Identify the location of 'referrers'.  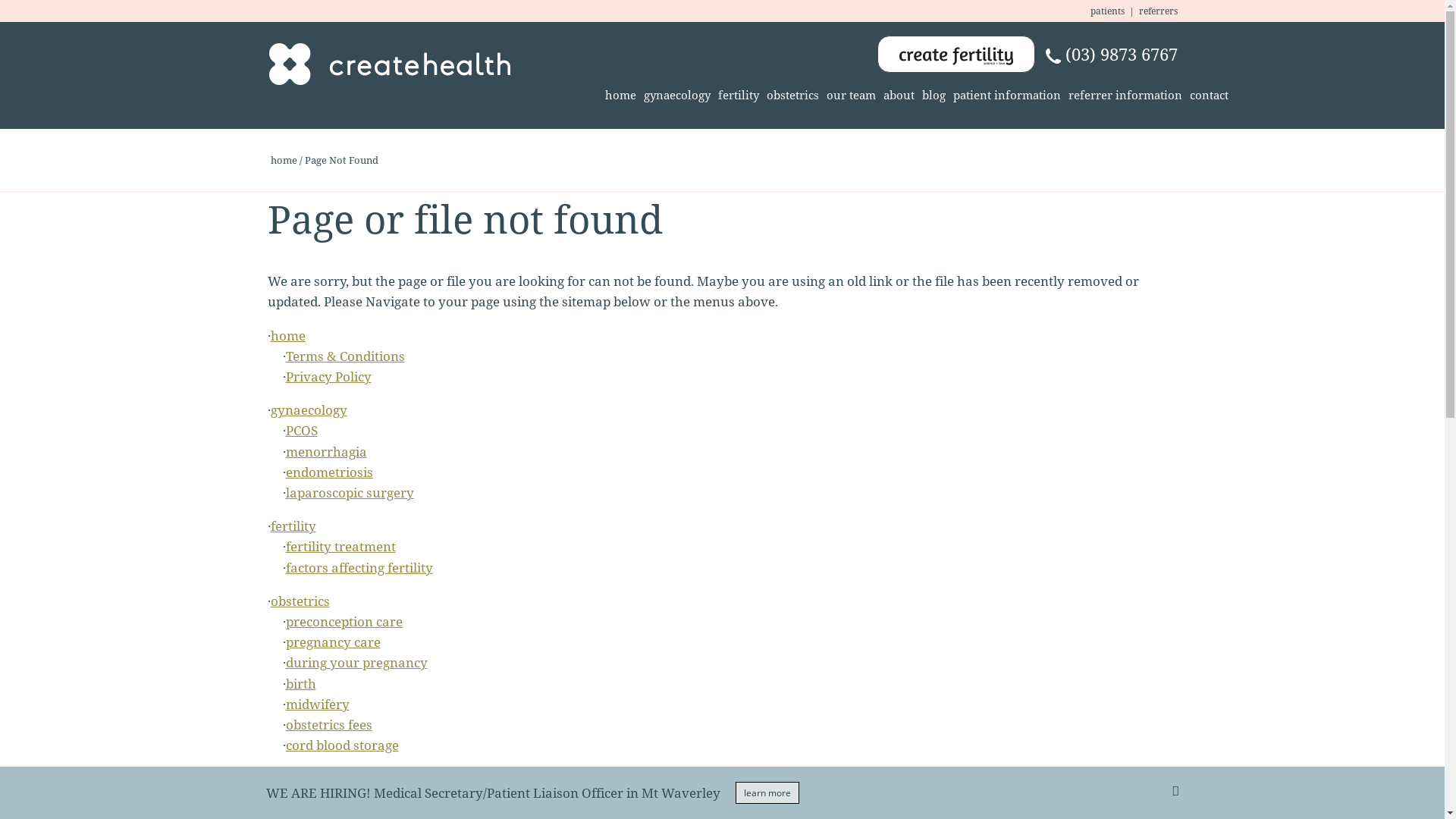
(1157, 11).